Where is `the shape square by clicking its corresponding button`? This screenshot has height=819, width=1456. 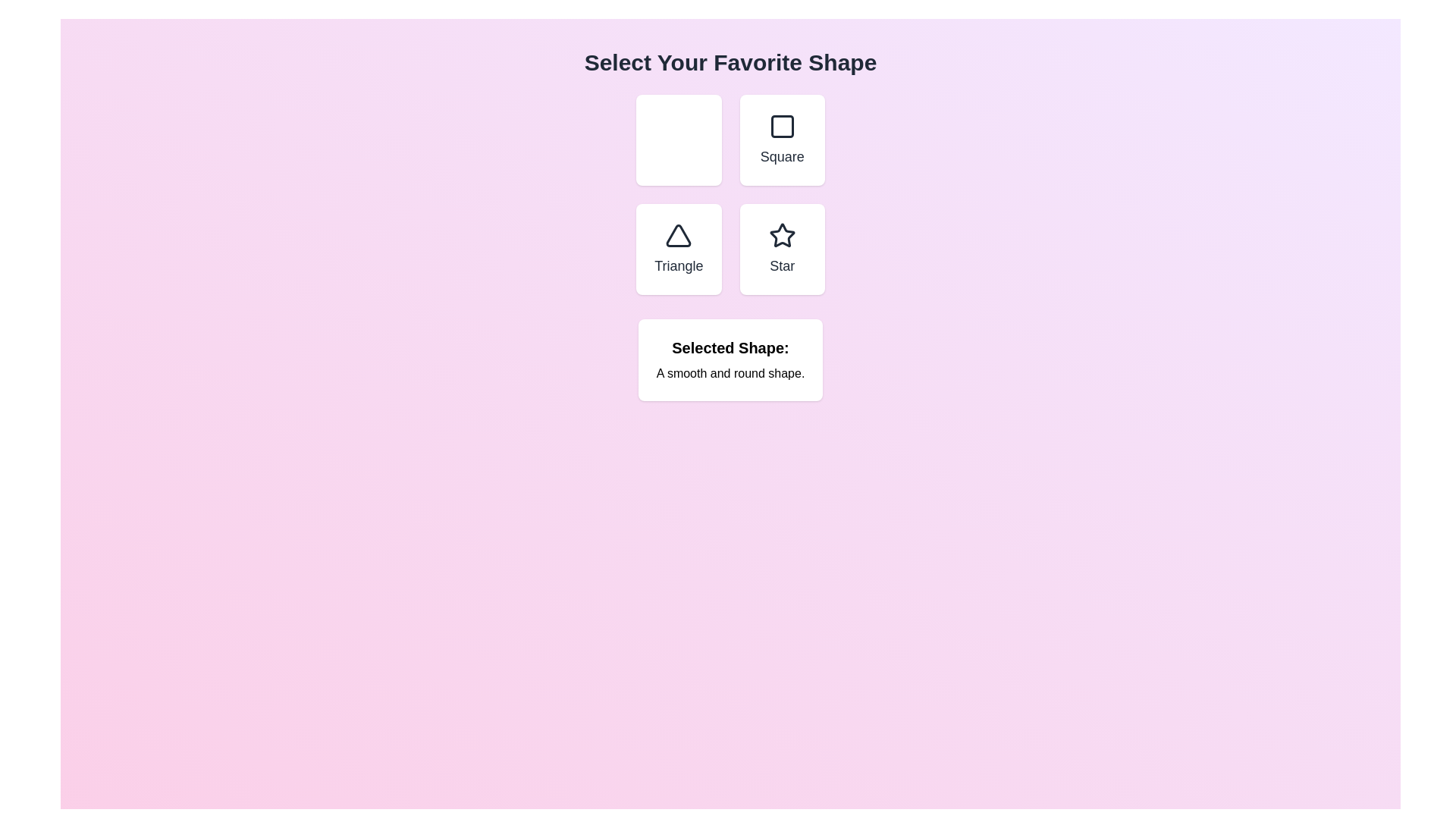
the shape square by clicking its corresponding button is located at coordinates (782, 140).